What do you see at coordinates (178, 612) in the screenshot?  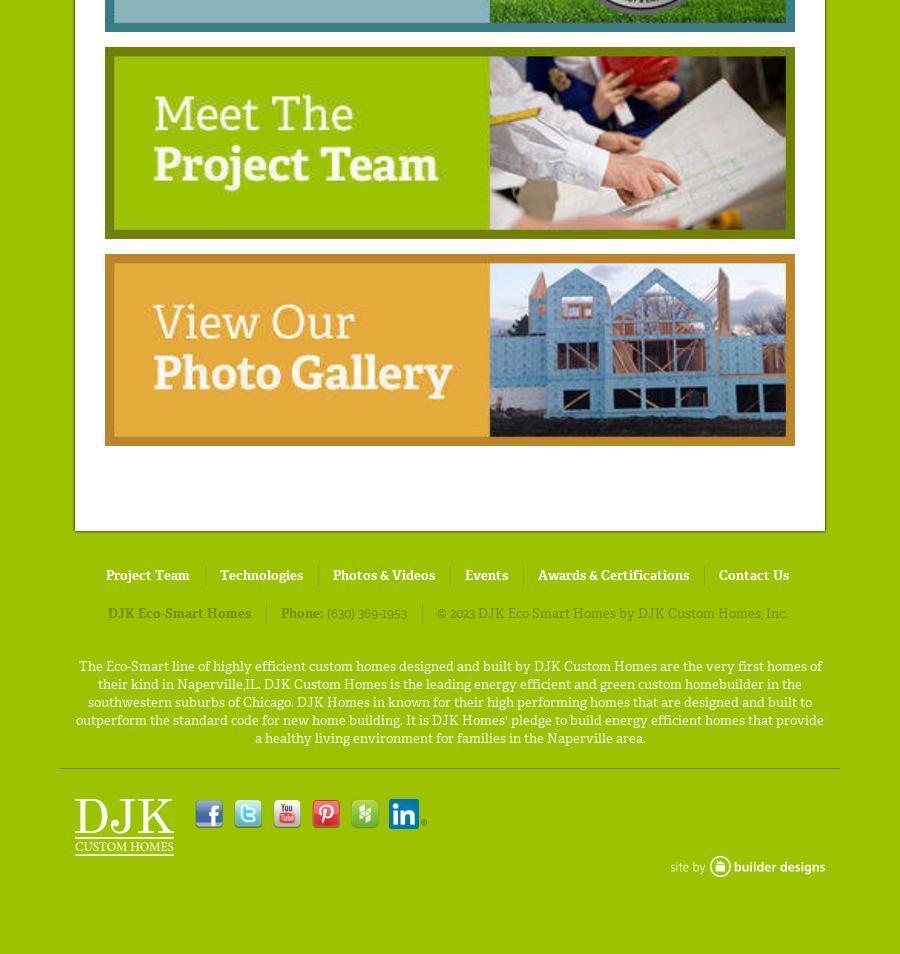 I see `'DJK Eco-Smart Homes'` at bounding box center [178, 612].